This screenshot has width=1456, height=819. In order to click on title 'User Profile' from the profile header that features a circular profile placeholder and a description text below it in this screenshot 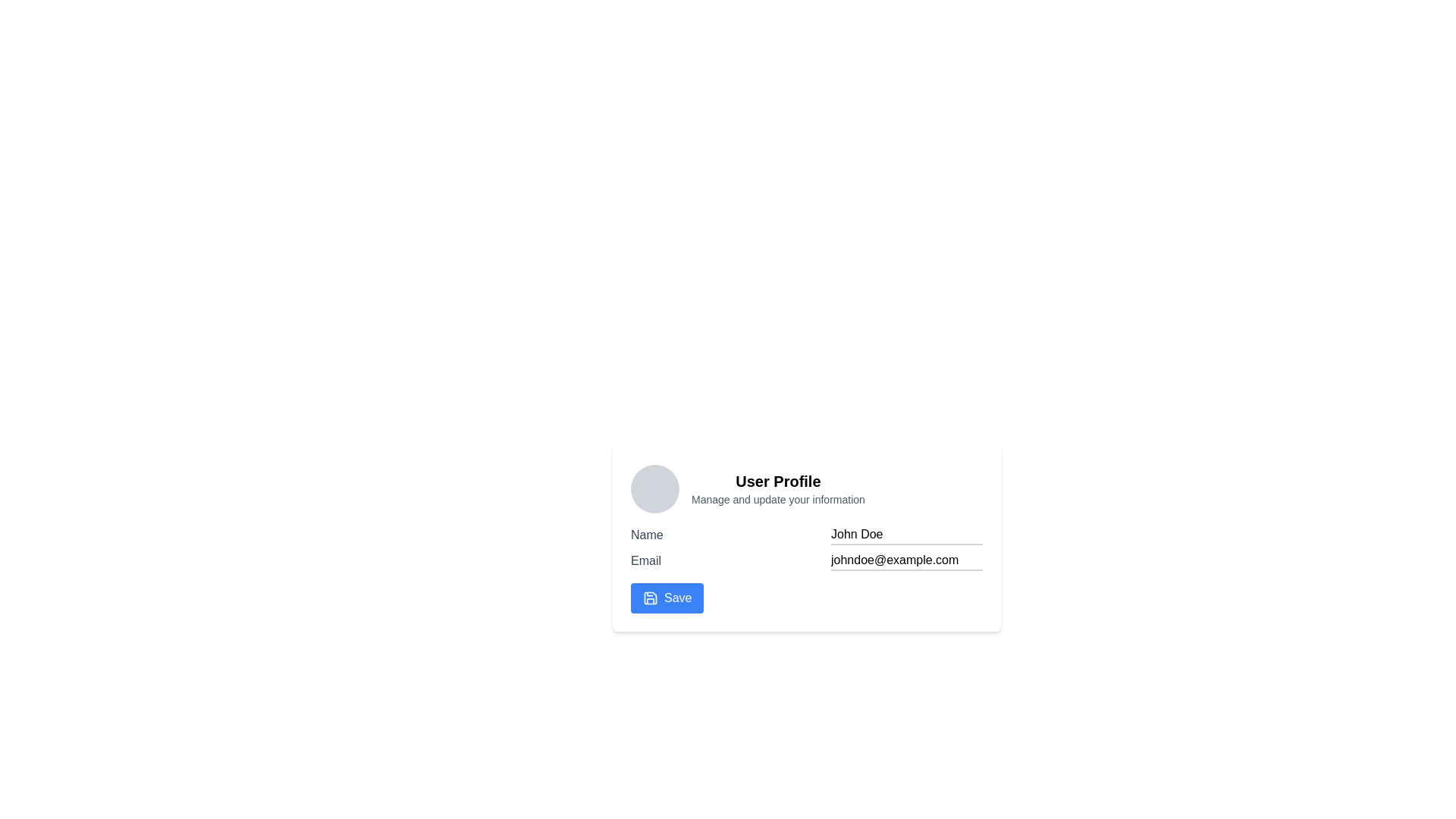, I will do `click(806, 488)`.